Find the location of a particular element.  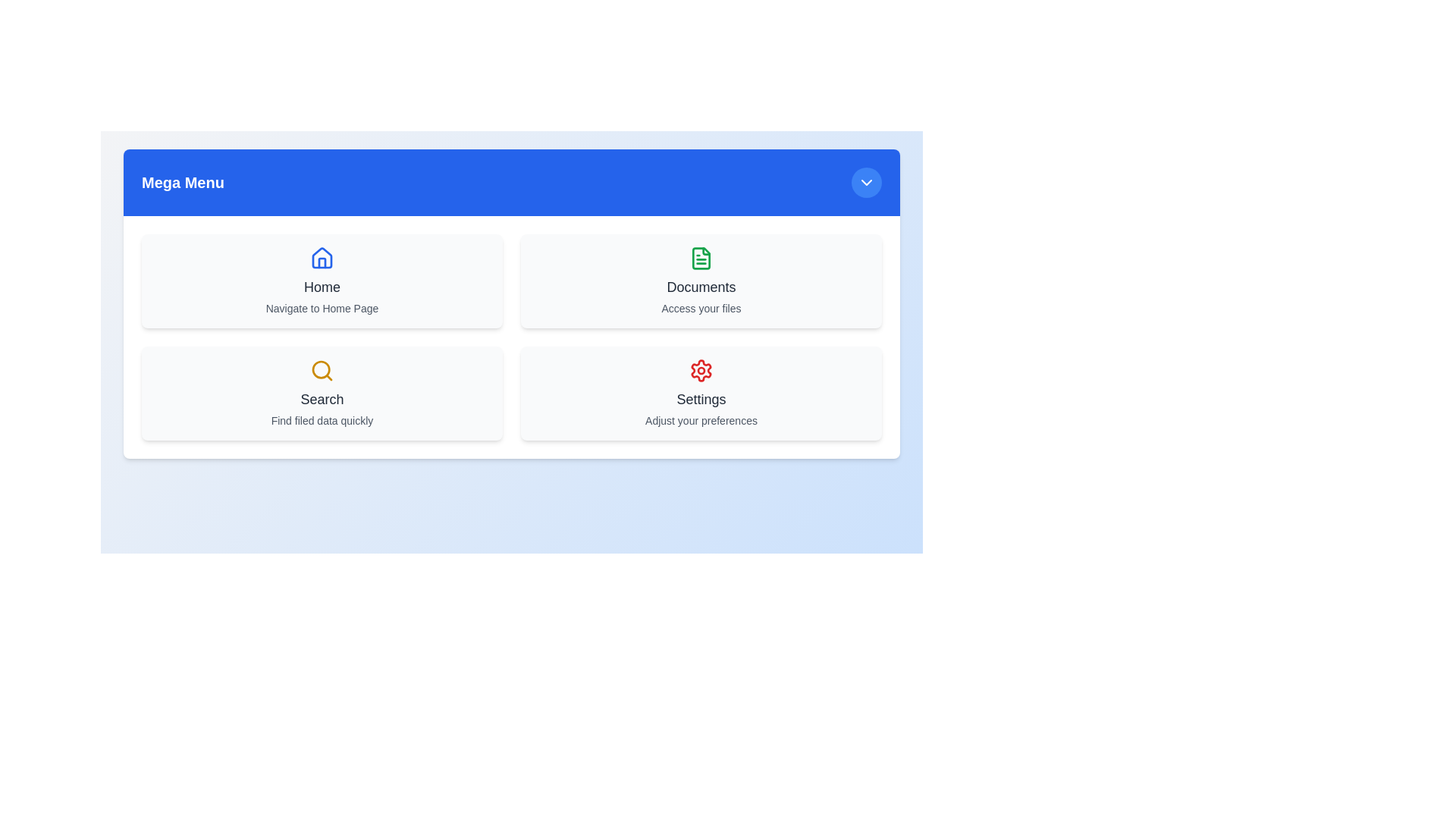

the center of the 'Home' card to navigate to the home page is located at coordinates (322, 281).